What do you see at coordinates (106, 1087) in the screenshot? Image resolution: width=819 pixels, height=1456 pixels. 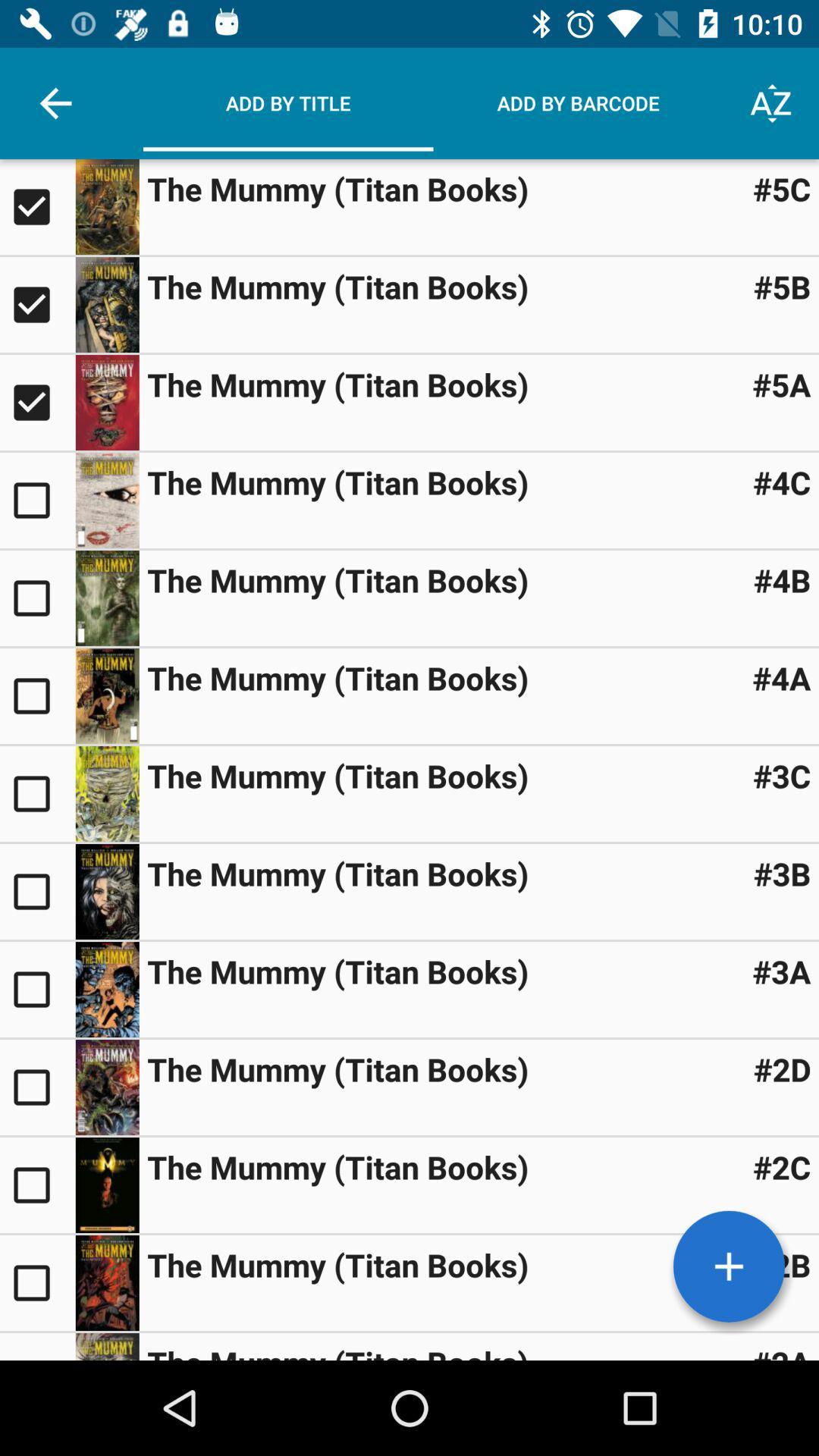 I see `image button` at bounding box center [106, 1087].